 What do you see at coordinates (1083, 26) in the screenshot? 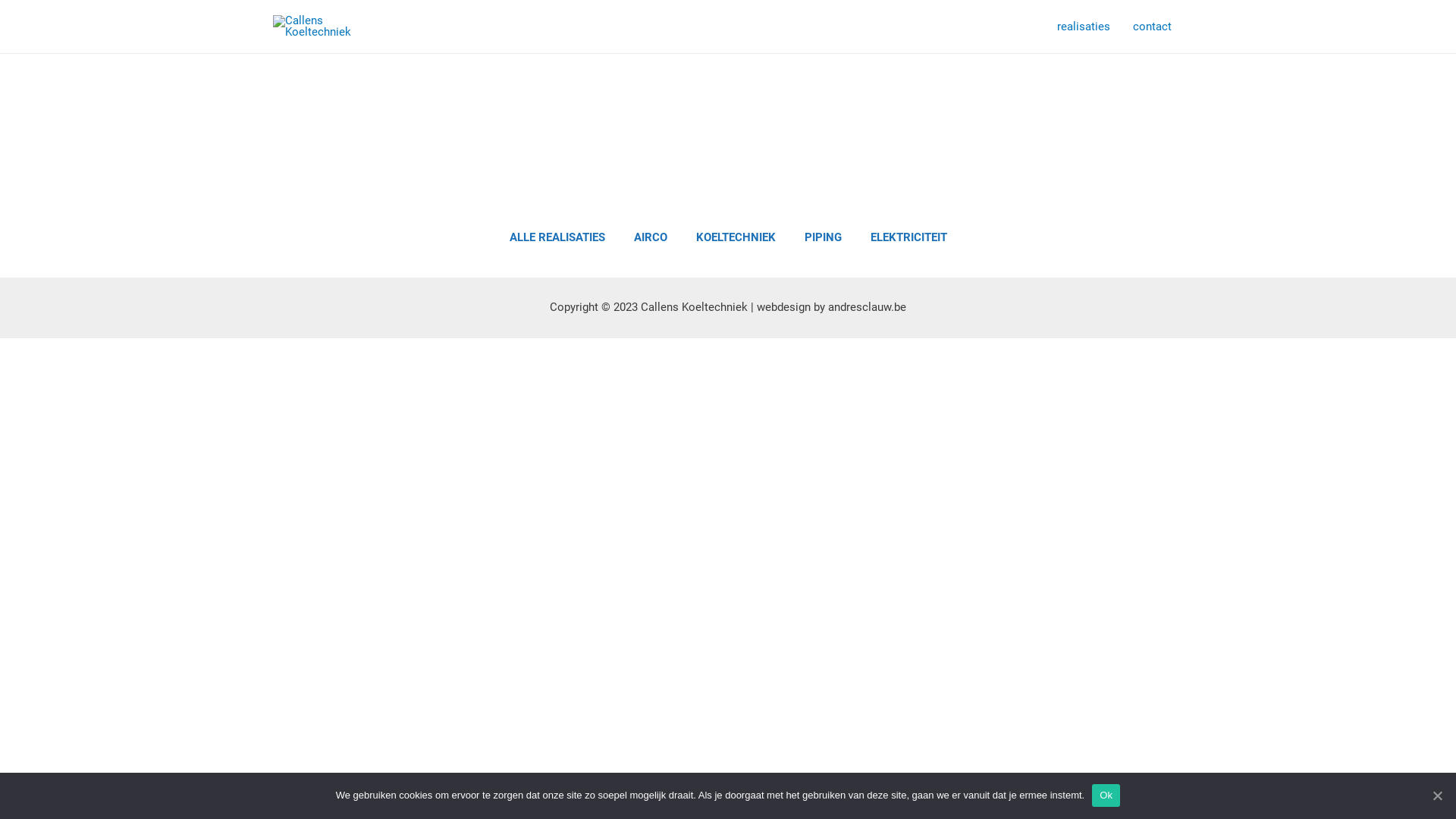
I see `'realisaties'` at bounding box center [1083, 26].